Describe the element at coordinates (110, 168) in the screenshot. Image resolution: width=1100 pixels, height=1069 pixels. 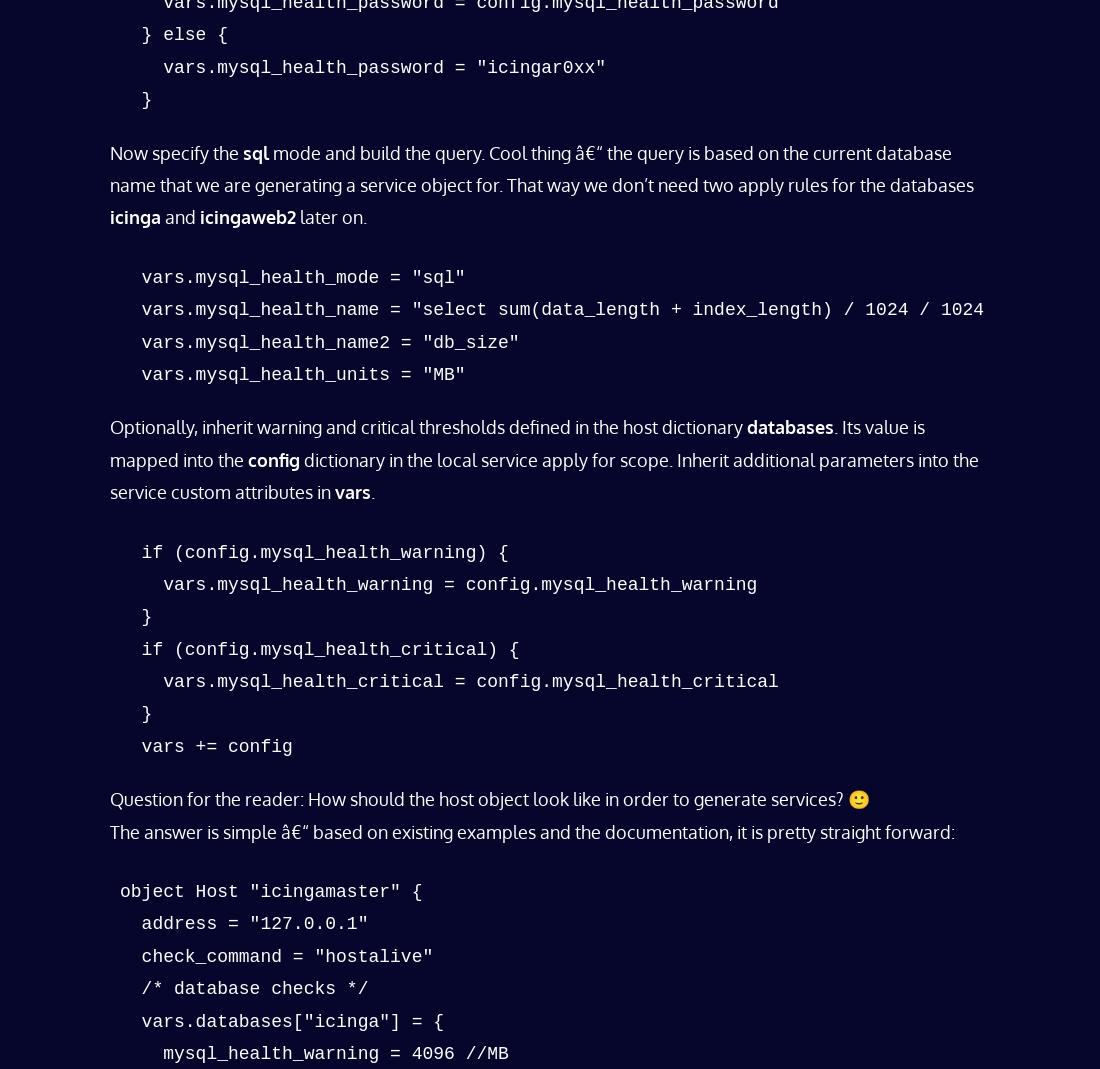
I see `'mode and build the query. Cool thing â€“ the query is based on the current database name that we are generating a service object for. That way we don’t need two apply rules for the databases'` at that location.